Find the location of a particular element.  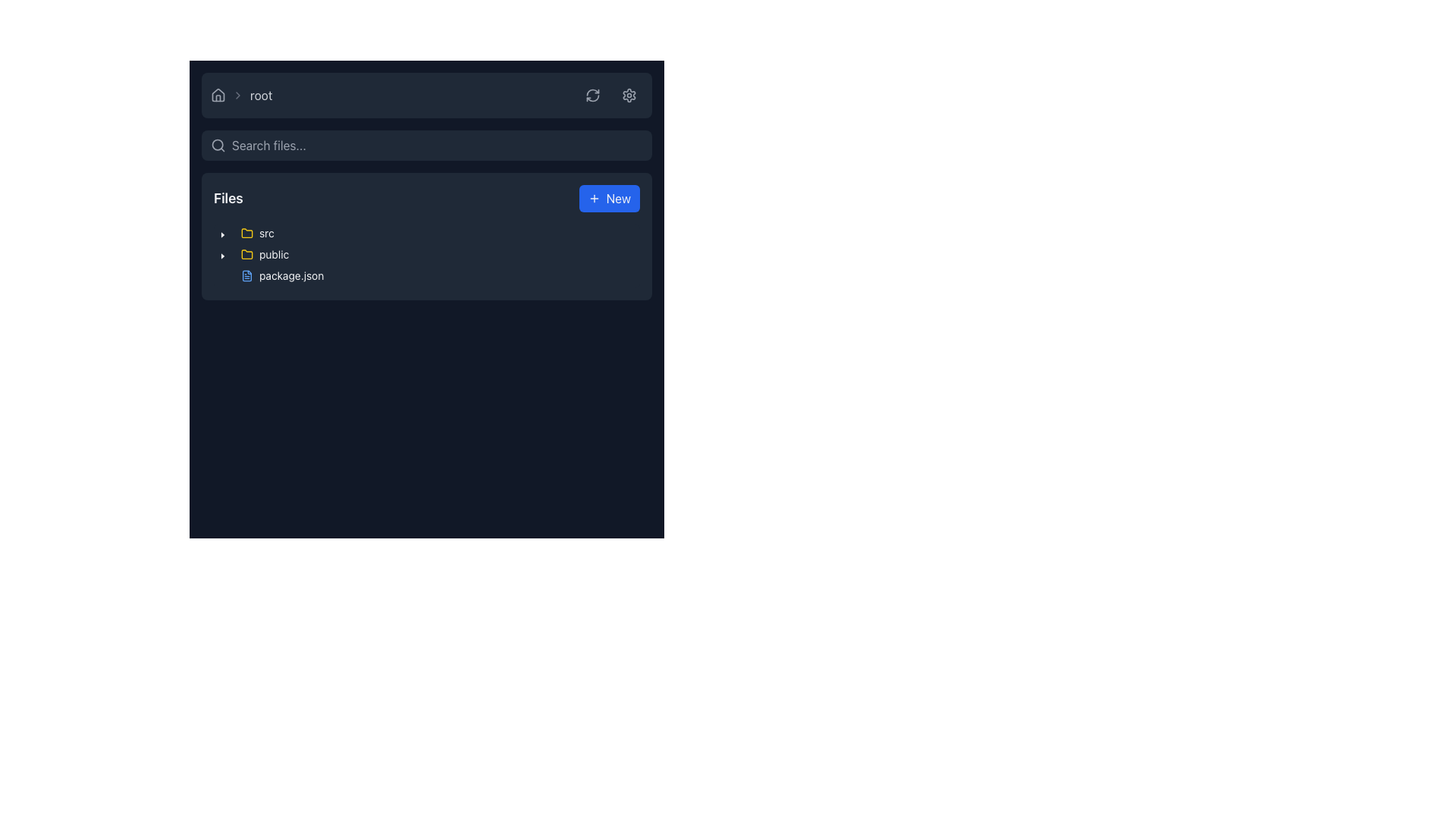

the blue circular SVG icon with a white cross labeled 'New' in the top right corner of the dark-themed interface is located at coordinates (593, 198).